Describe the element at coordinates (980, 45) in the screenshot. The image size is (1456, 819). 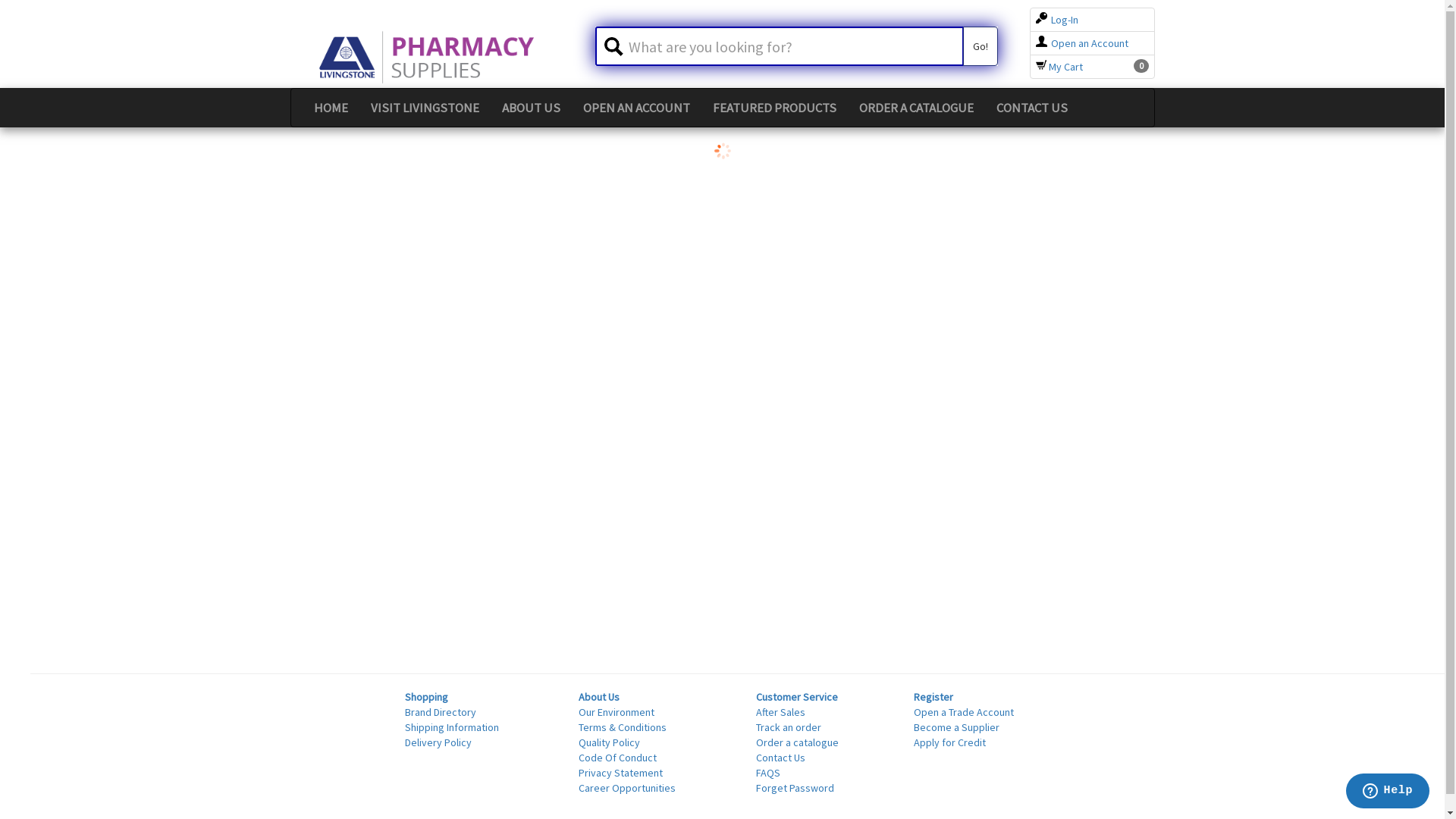
I see `'Go!'` at that location.